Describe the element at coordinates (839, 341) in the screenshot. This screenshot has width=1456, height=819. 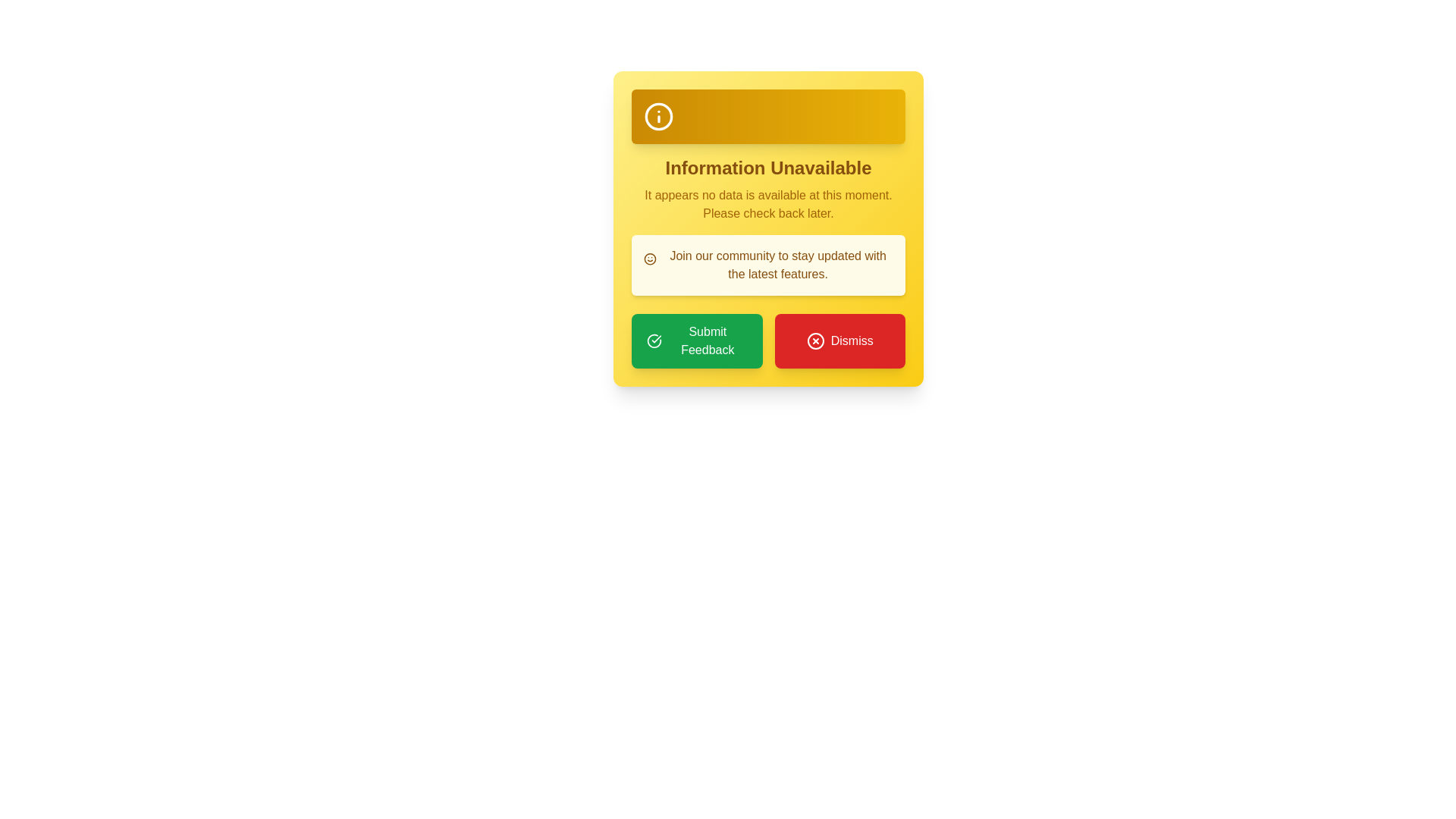
I see `the 'Dismiss' button located at the bottom-right of the button grid for accessibility purposes` at that location.